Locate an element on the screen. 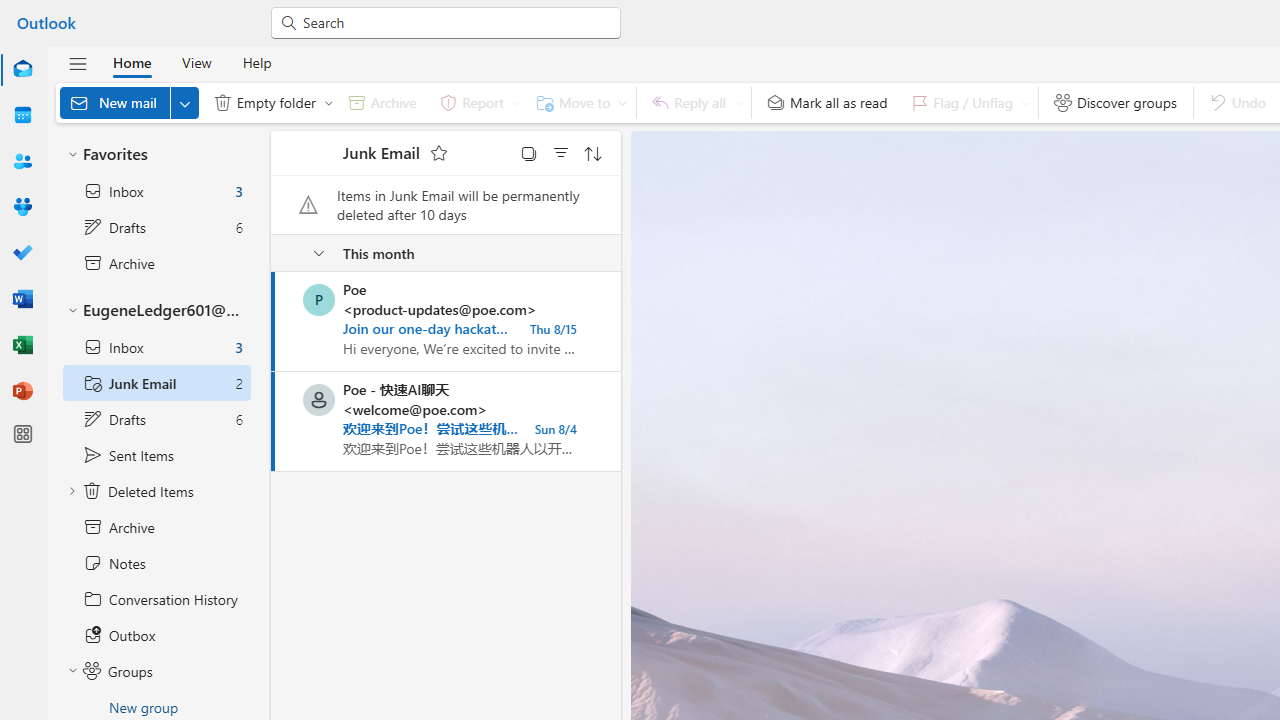 The image size is (1280, 720). 'Mark all as read' is located at coordinates (827, 102).